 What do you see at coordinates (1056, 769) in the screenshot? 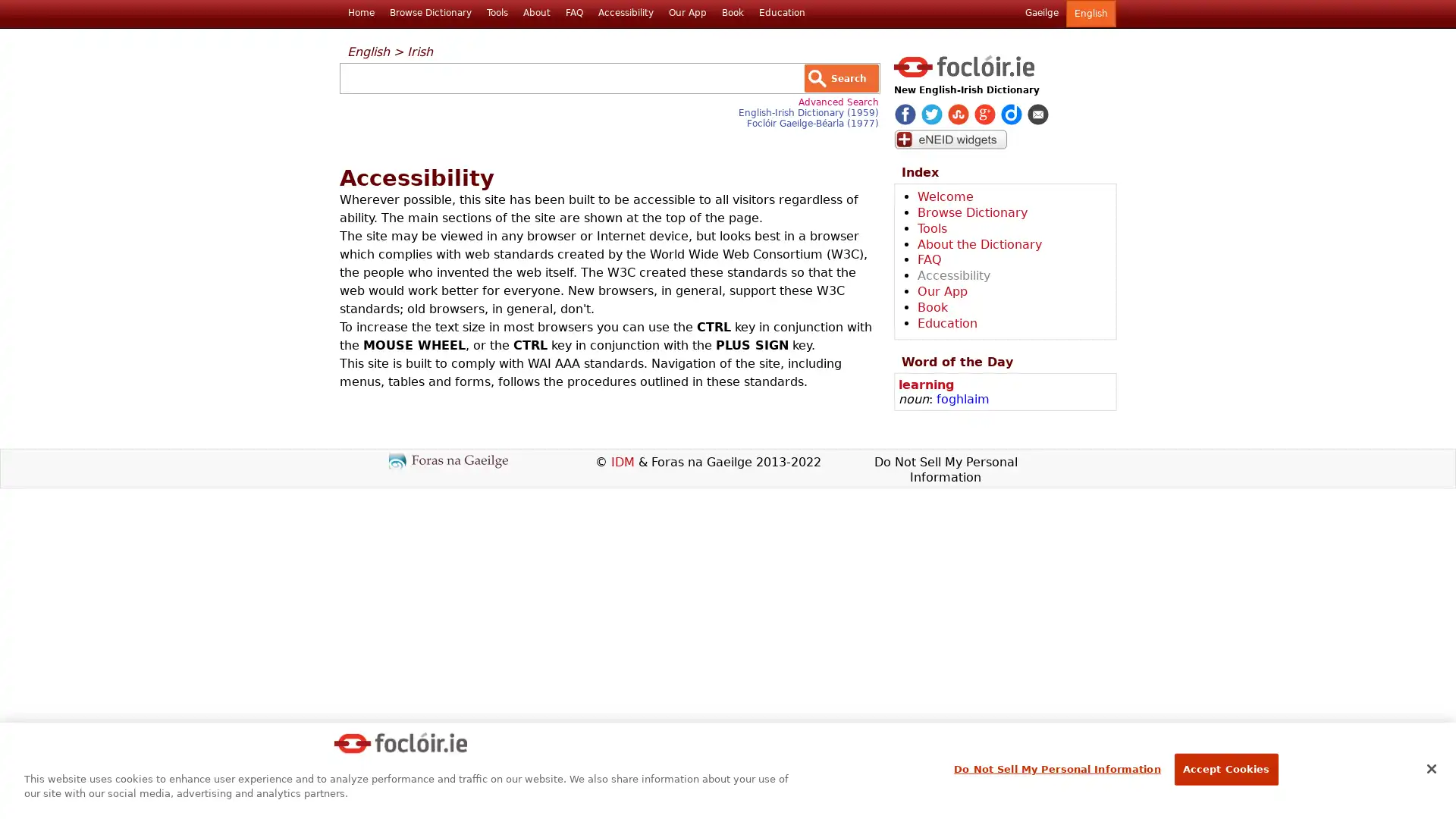
I see `Do Not Sell My Personal Information` at bounding box center [1056, 769].